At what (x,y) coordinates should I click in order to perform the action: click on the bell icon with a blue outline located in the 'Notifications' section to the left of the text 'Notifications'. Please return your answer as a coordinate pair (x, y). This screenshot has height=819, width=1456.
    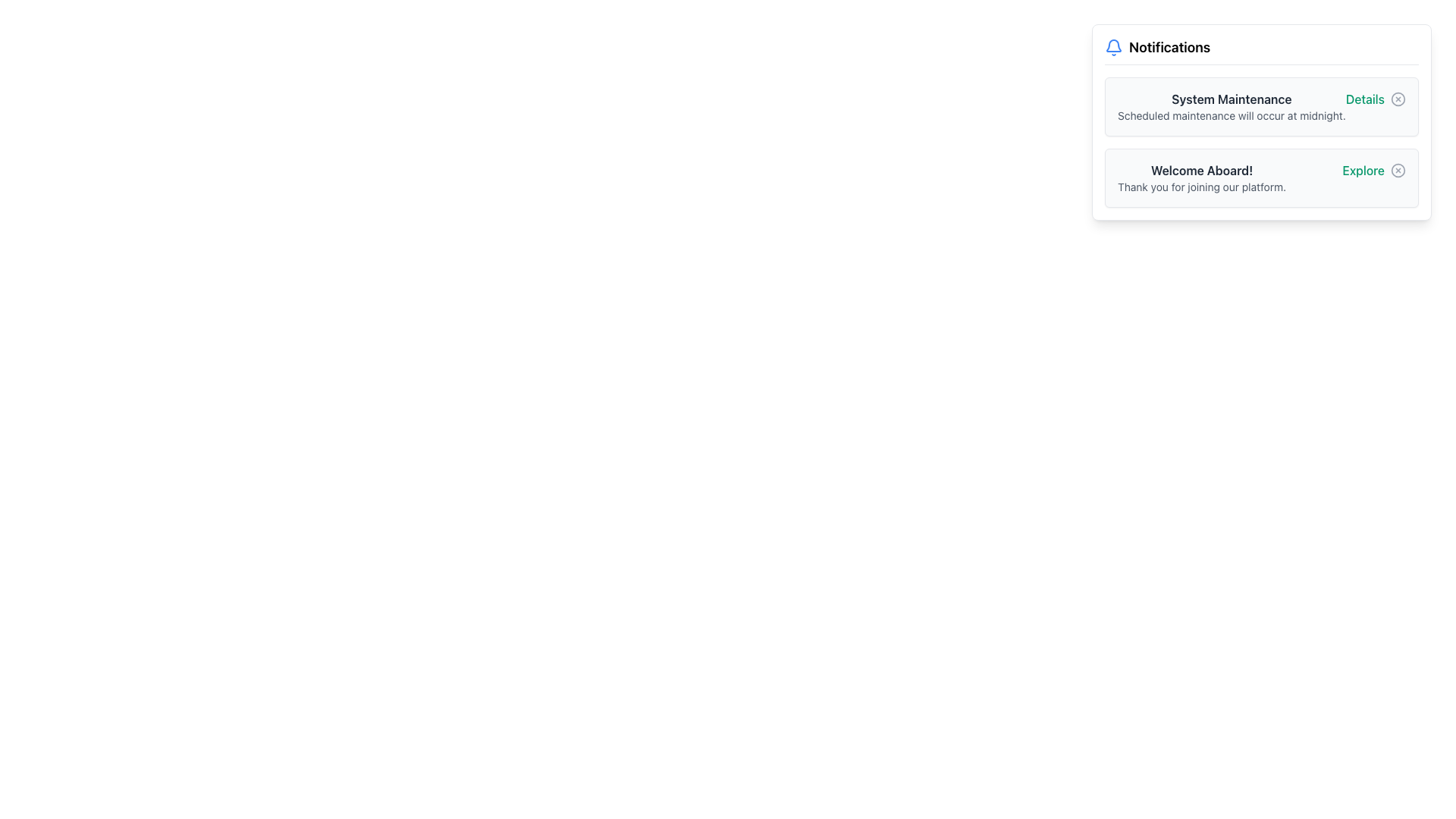
    Looking at the image, I should click on (1113, 46).